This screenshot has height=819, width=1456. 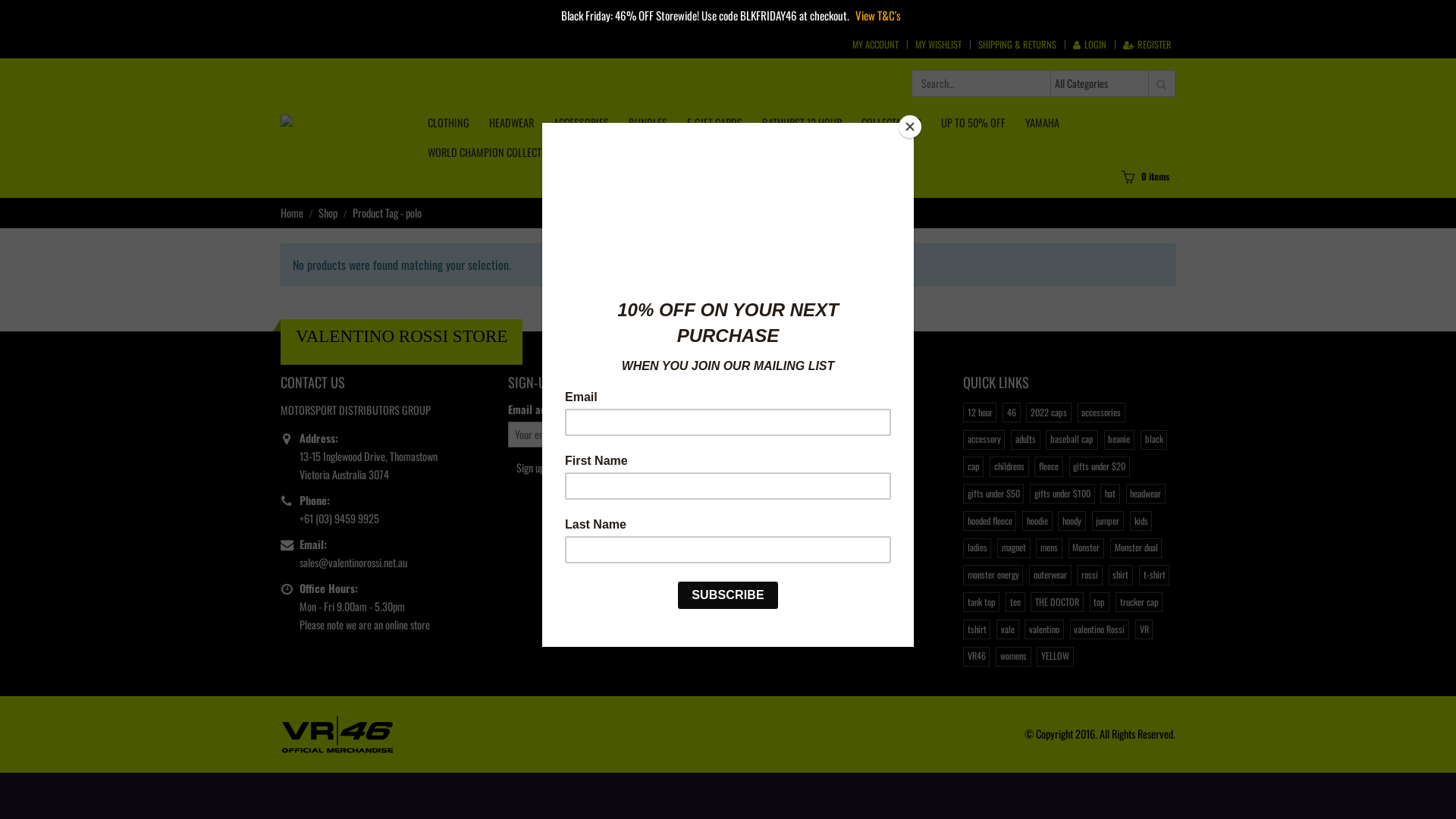 What do you see at coordinates (979, 412) in the screenshot?
I see `'12 hour'` at bounding box center [979, 412].